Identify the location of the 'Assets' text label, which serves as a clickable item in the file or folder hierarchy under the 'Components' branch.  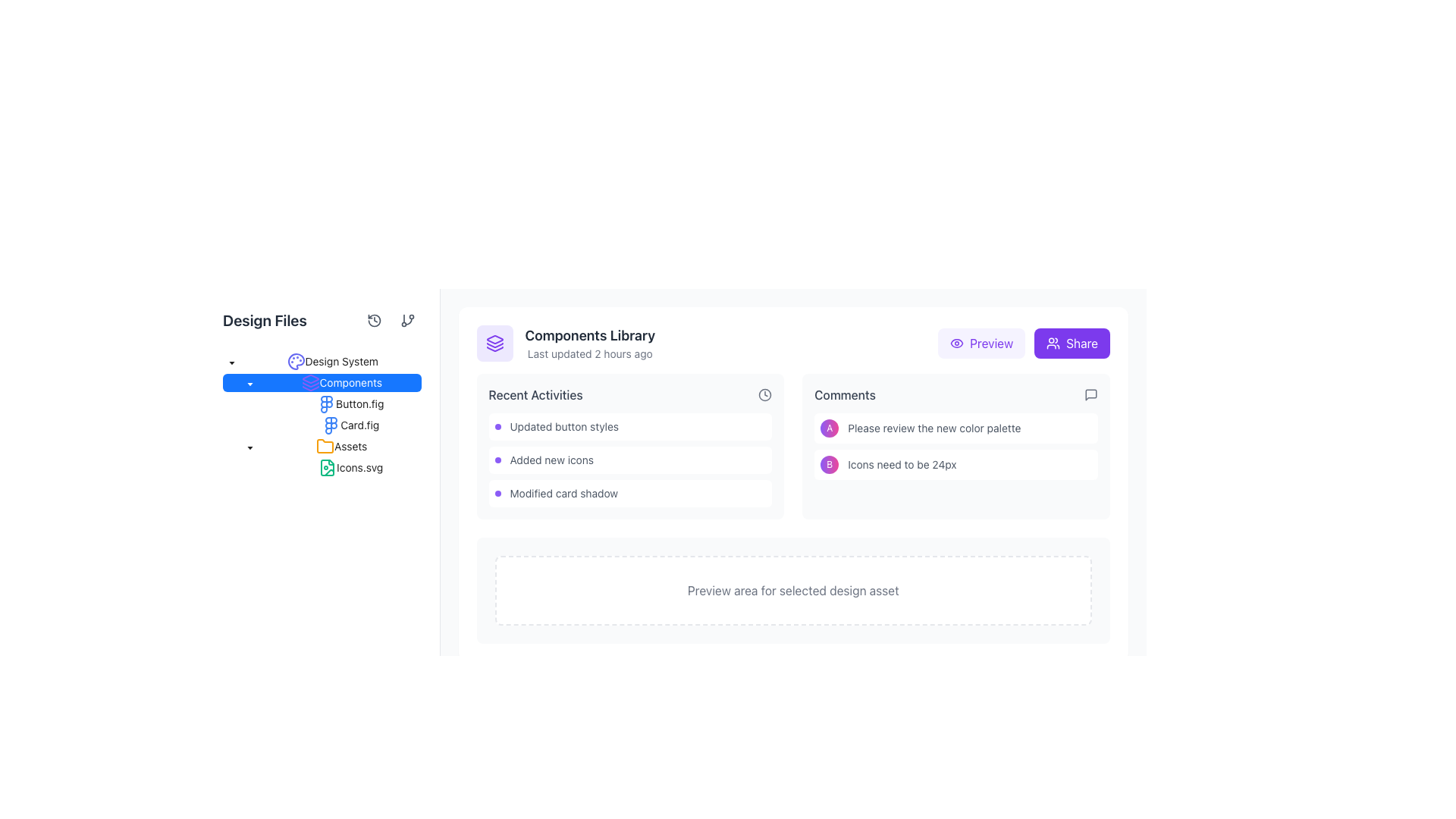
(350, 445).